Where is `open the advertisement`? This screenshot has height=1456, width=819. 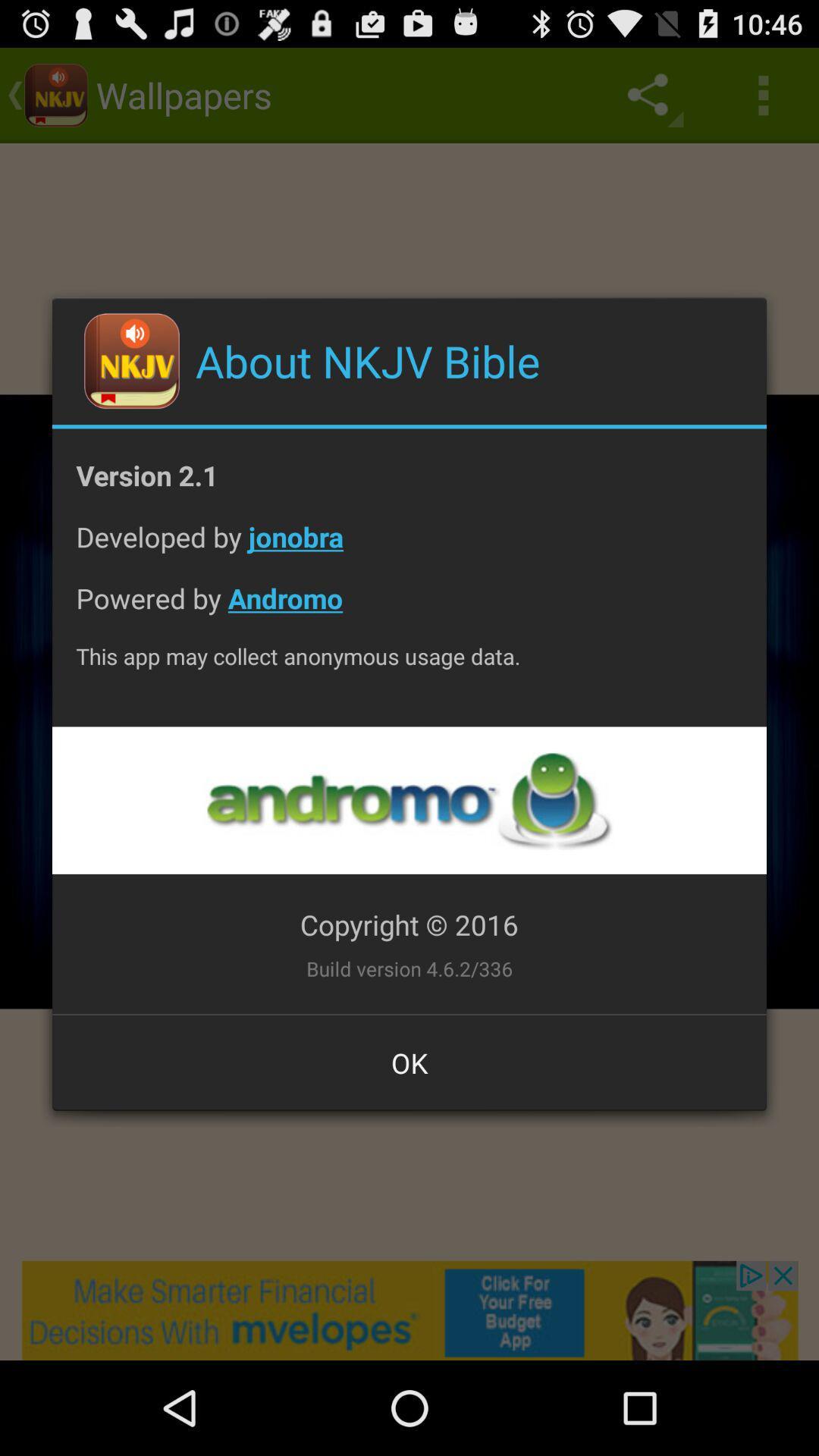
open the advertisement is located at coordinates (408, 799).